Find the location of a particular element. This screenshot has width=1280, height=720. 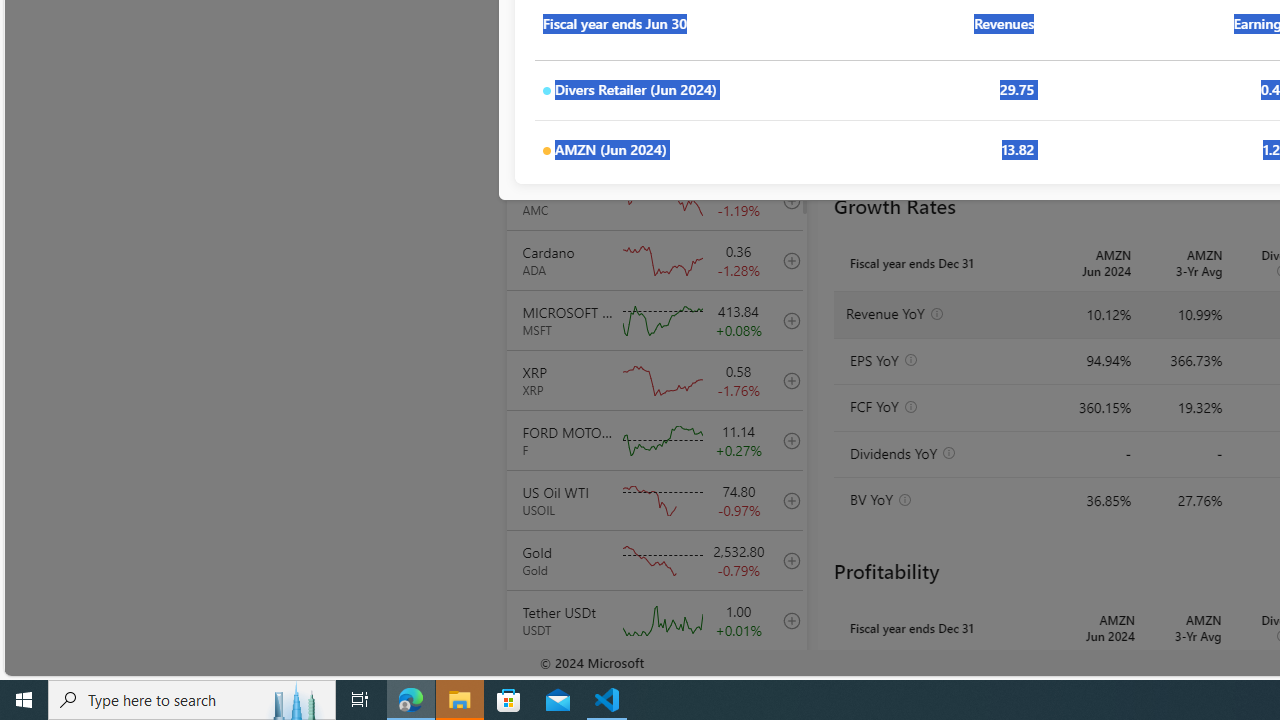

'Class: symbolDot-DS-EntryPoint1-2' is located at coordinates (546, 150).